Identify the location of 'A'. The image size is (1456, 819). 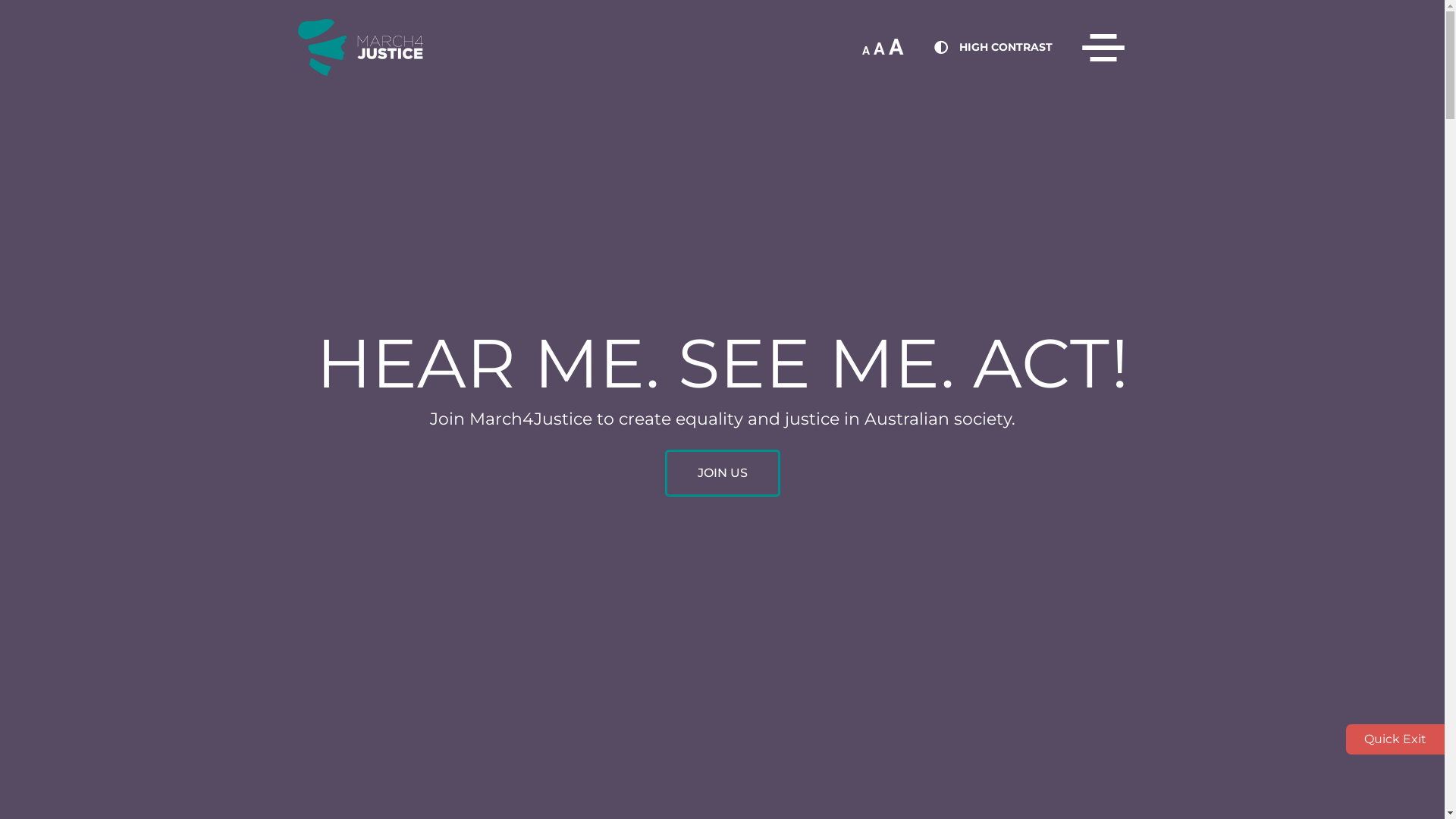
(865, 49).